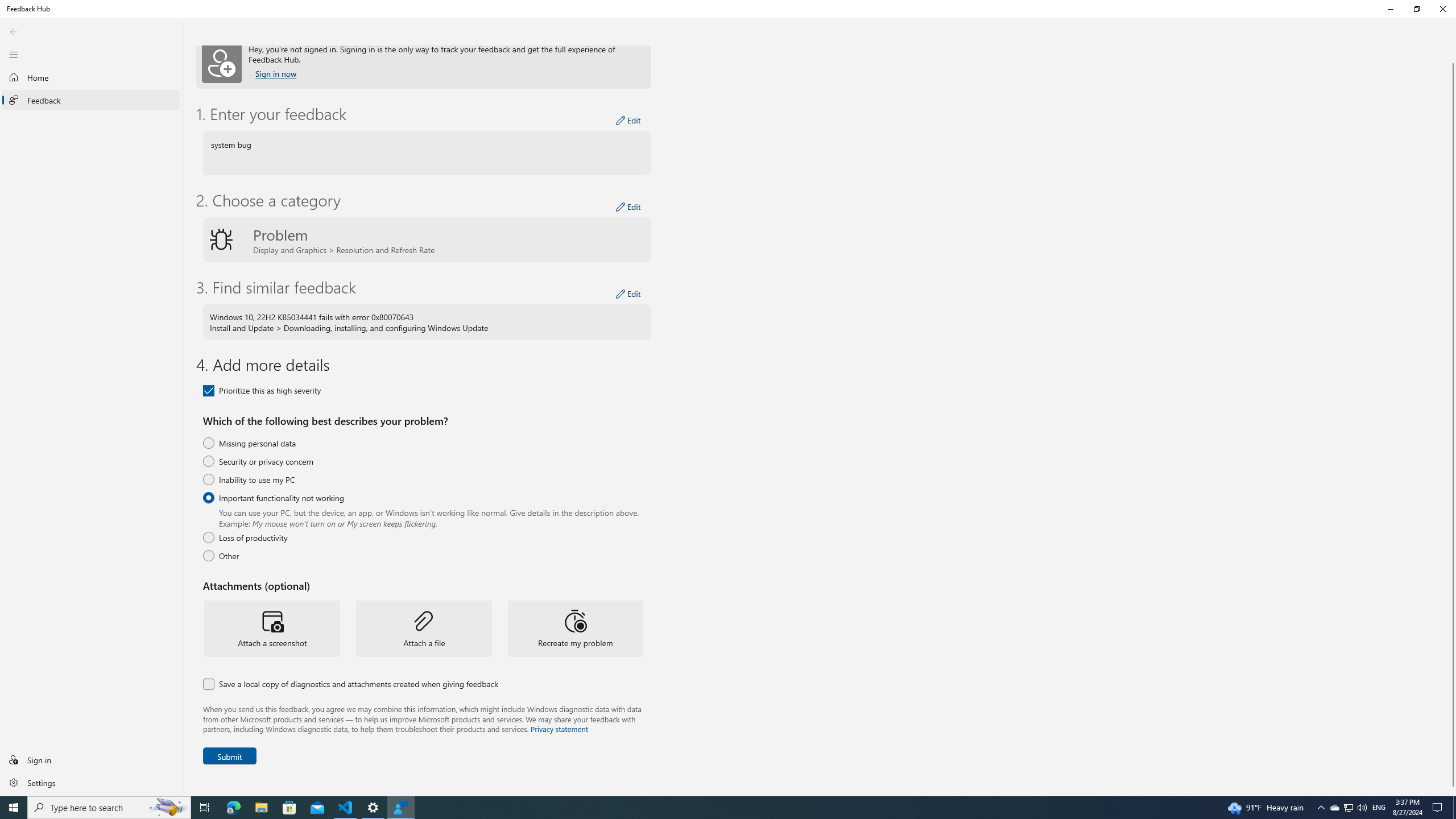 This screenshot has height=819, width=1456. Describe the element at coordinates (1454, 806) in the screenshot. I see `'Show desktop'` at that location.